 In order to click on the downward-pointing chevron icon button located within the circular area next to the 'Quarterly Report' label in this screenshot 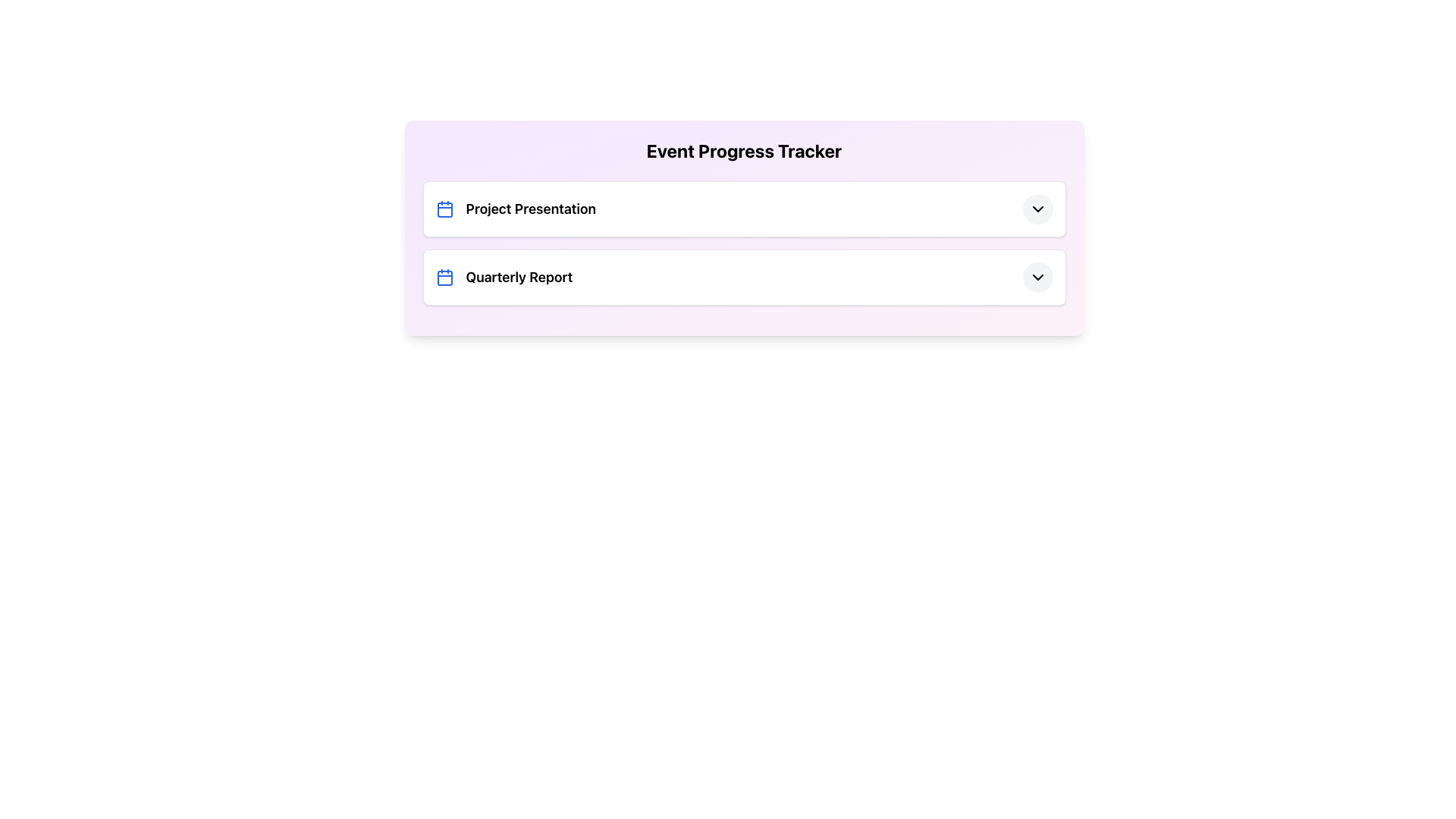, I will do `click(1037, 278)`.